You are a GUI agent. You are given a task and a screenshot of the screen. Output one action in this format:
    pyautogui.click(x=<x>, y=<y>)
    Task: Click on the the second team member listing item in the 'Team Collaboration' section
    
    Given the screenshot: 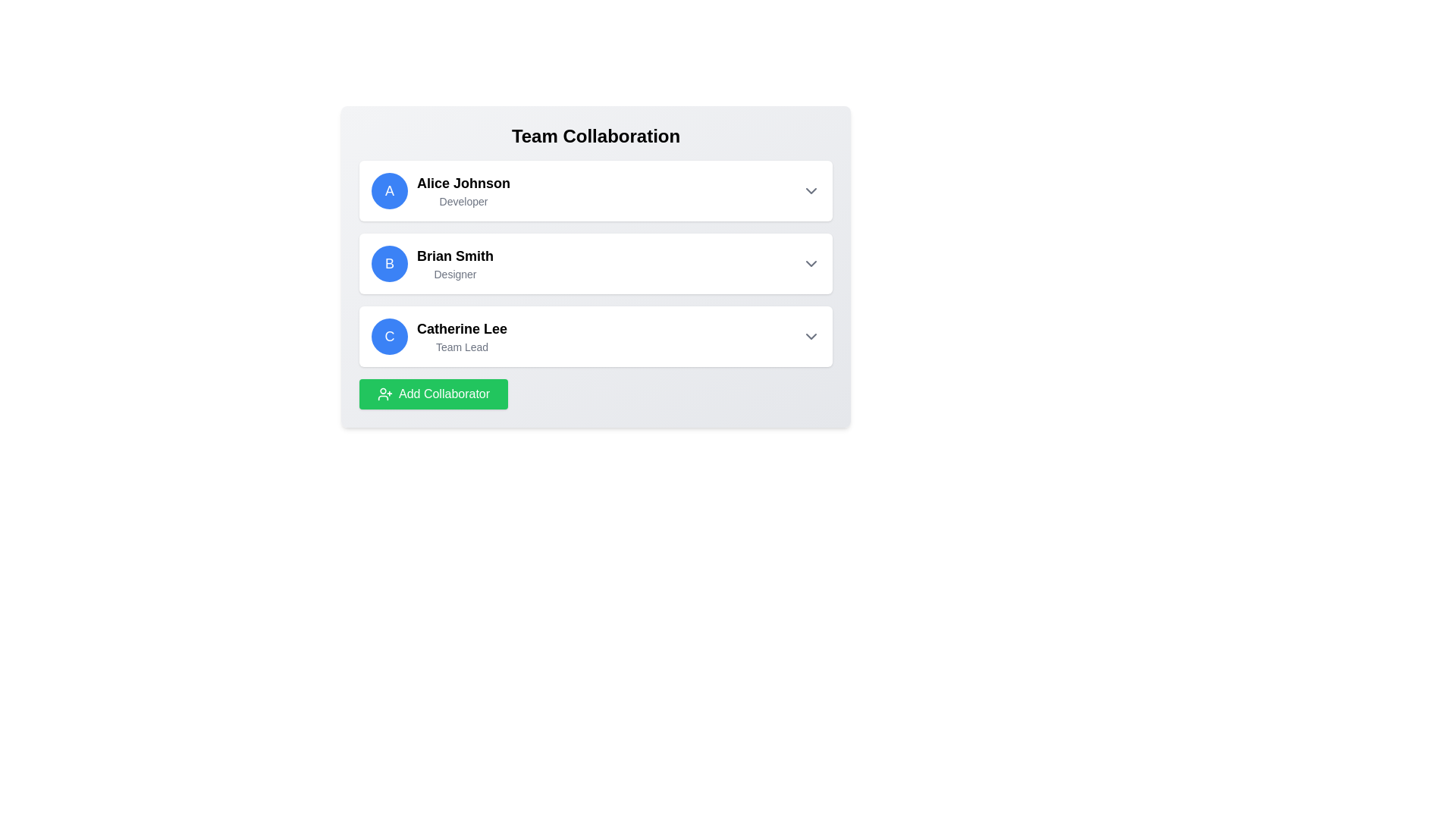 What is the action you would take?
    pyautogui.click(x=431, y=262)
    